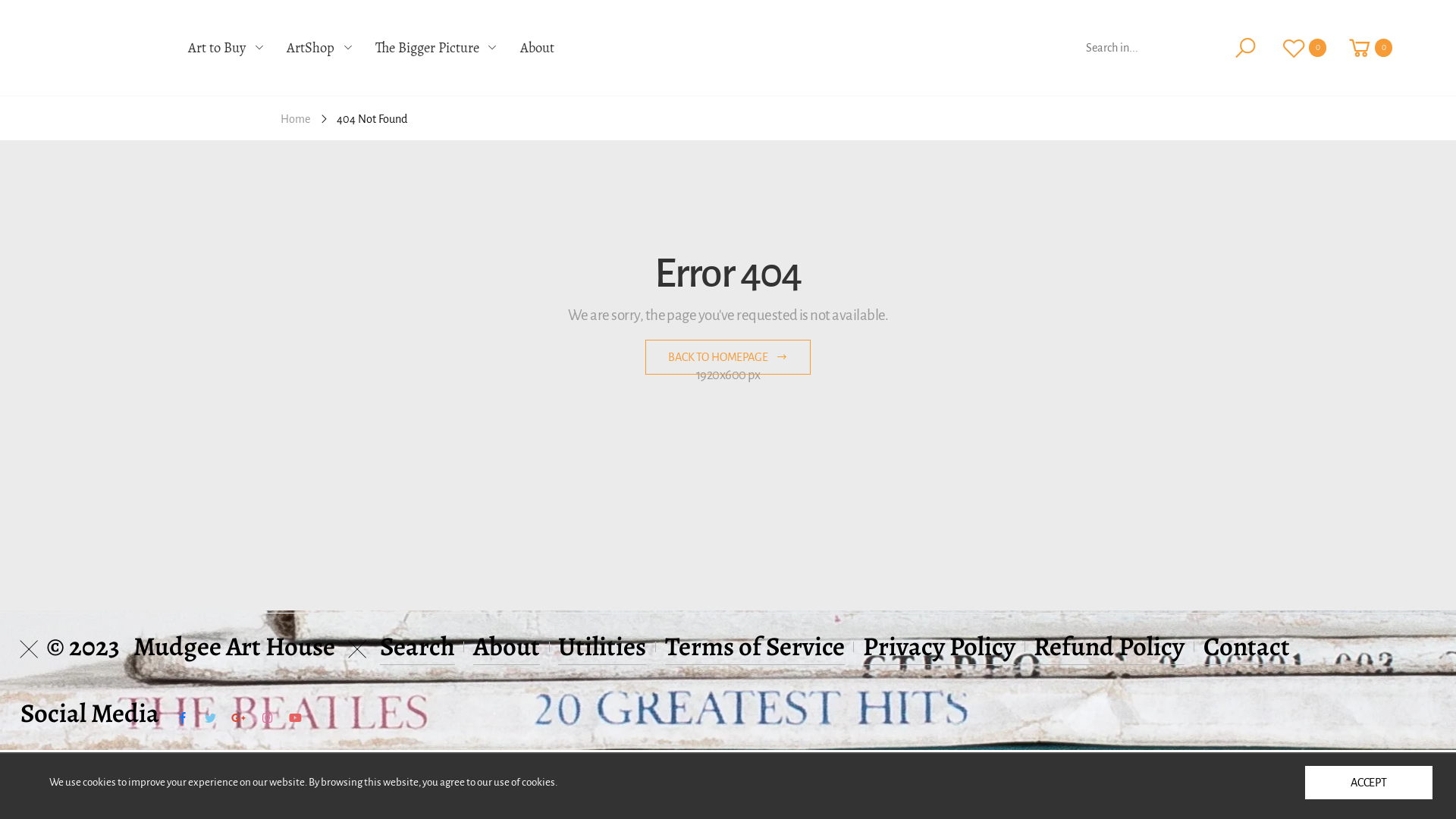 The image size is (1456, 819). Describe the element at coordinates (375, 47) in the screenshot. I see `'The Bigger Picture'` at that location.